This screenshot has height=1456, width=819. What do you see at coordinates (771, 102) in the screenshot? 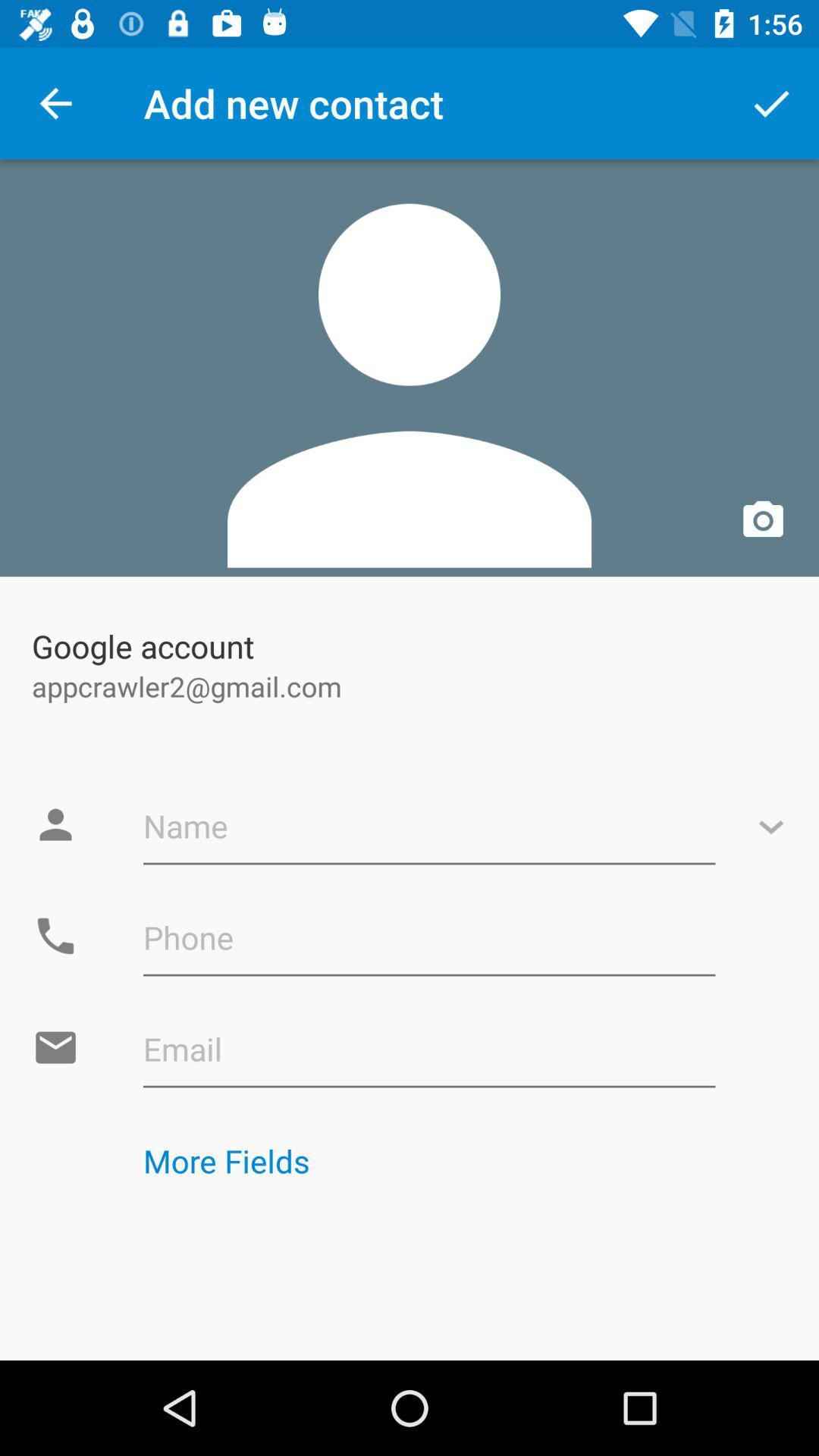
I see `app to the right of add new contact` at bounding box center [771, 102].